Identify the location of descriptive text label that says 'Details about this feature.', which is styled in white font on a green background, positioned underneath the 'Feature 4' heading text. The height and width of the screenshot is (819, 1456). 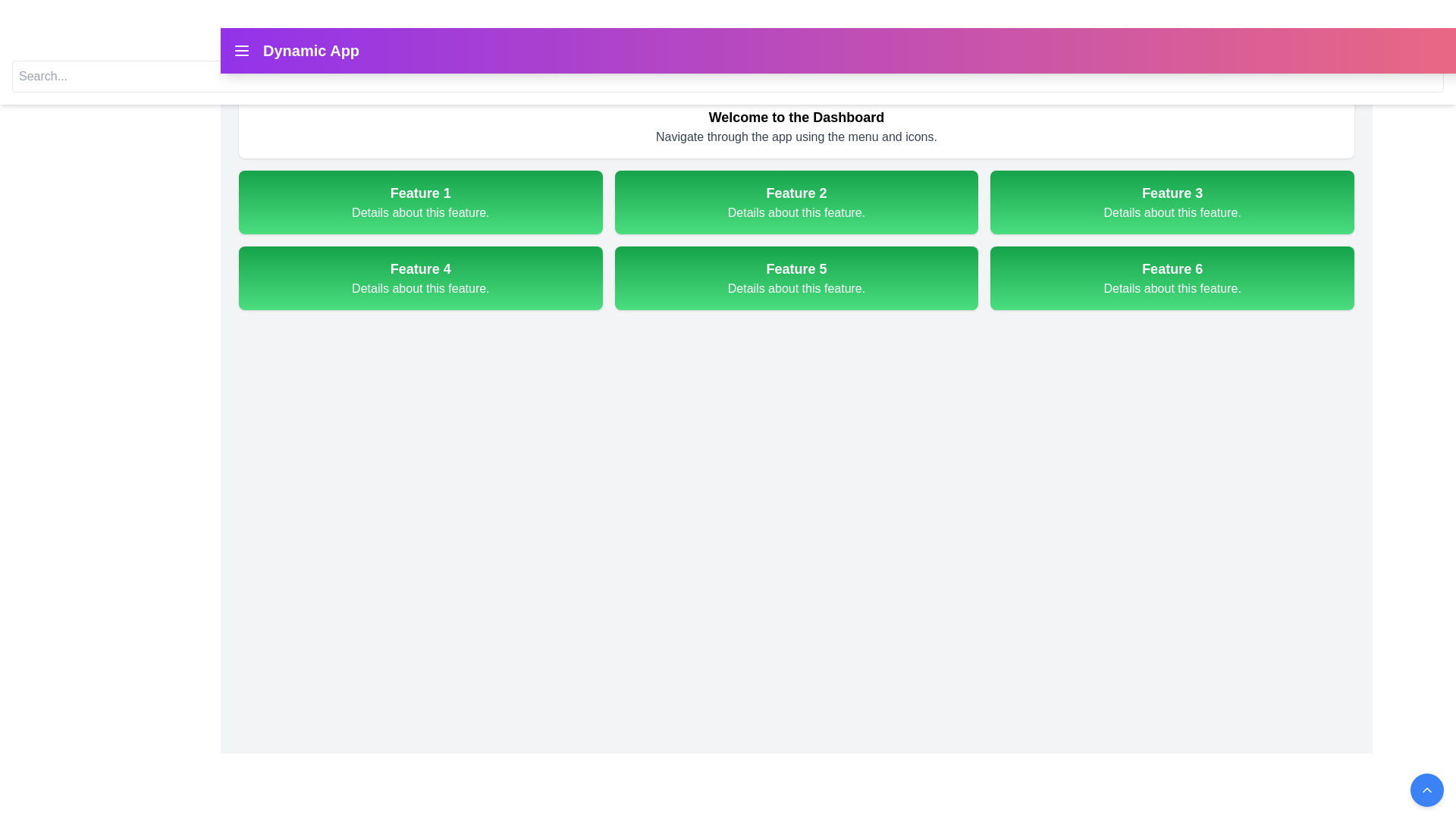
(420, 289).